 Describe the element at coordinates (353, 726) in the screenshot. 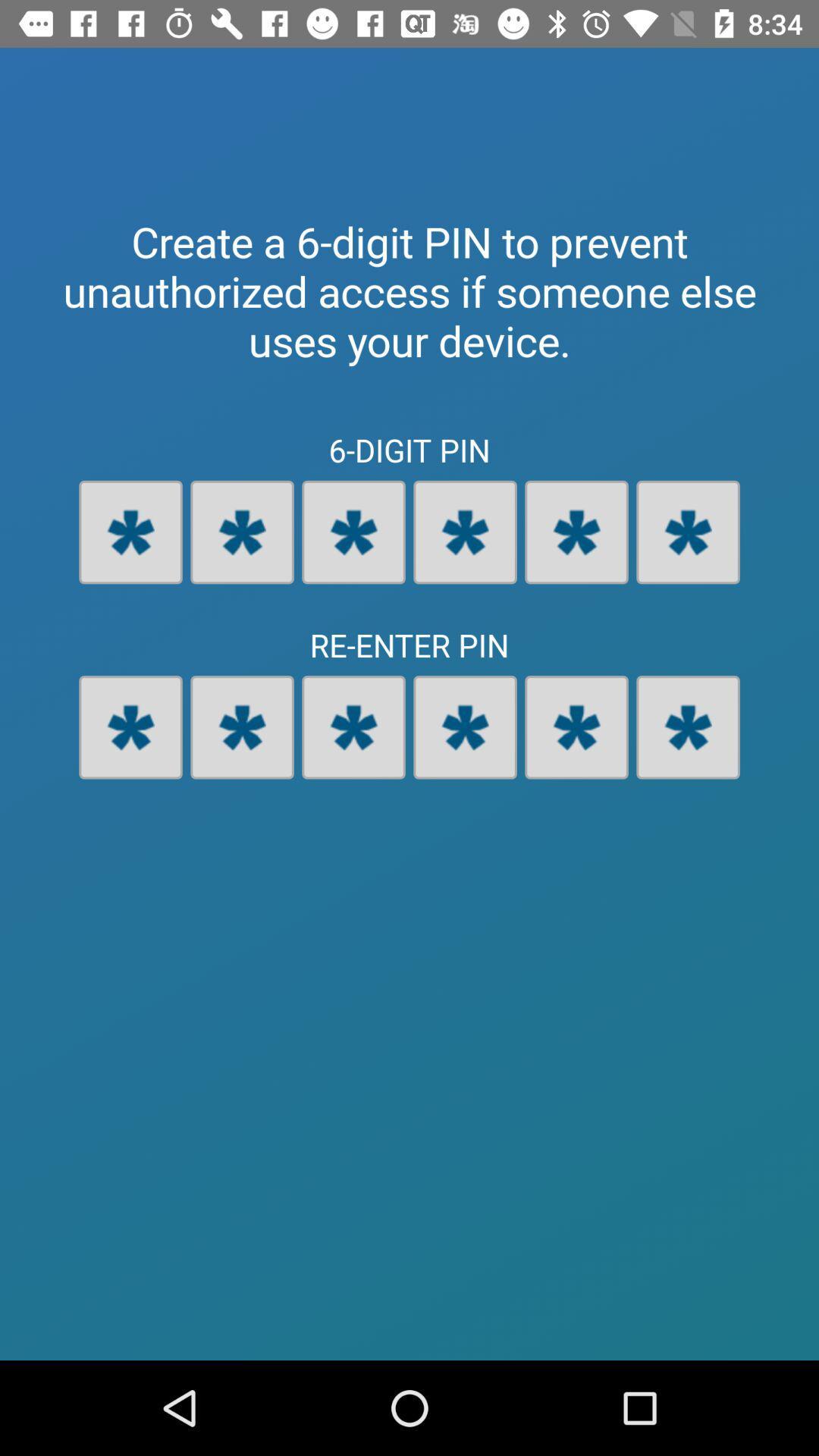

I see `the 3rd star which is below reenter pin on the page` at that location.